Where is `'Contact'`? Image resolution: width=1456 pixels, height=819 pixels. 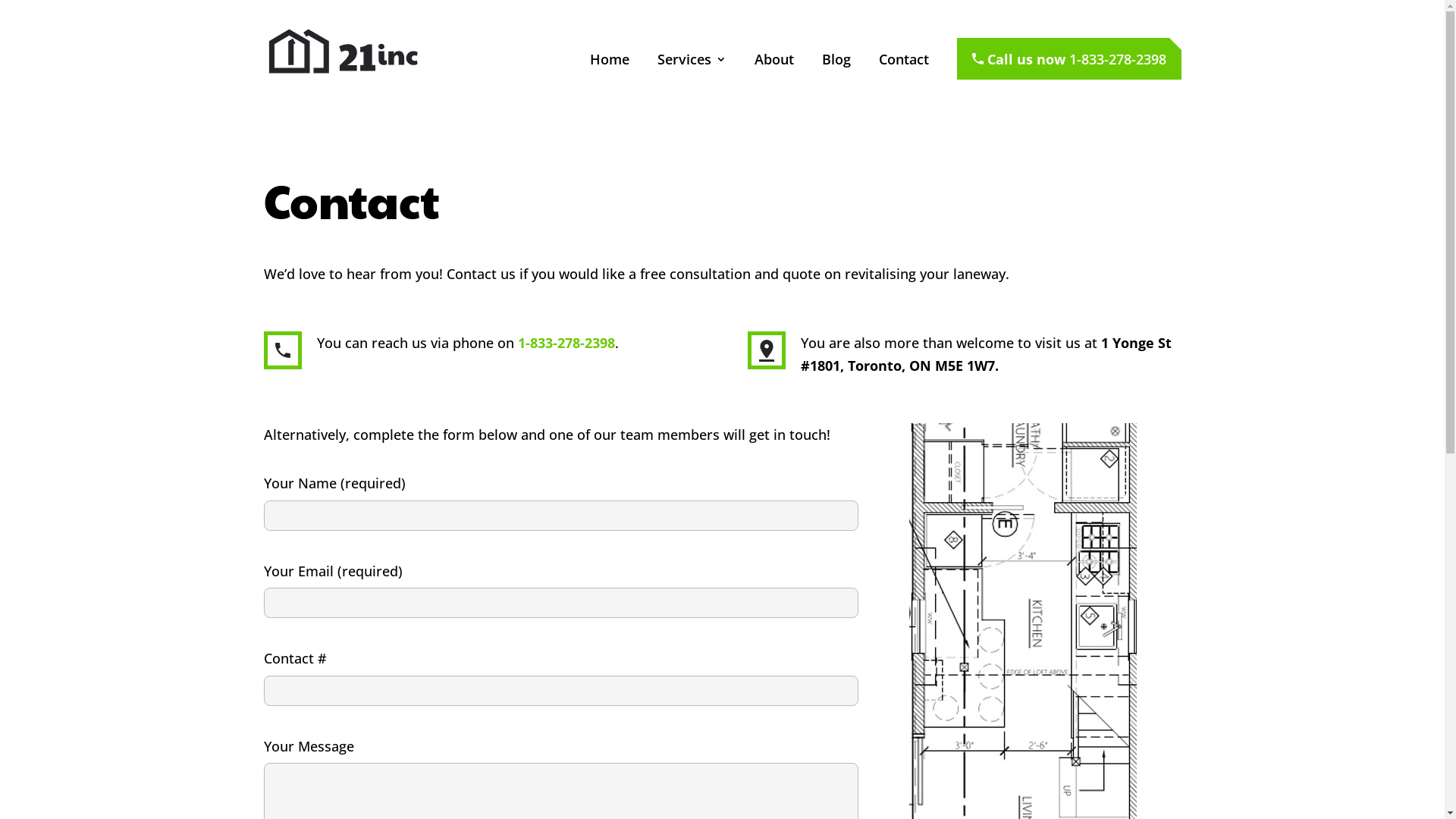 'Contact' is located at coordinates (902, 78).